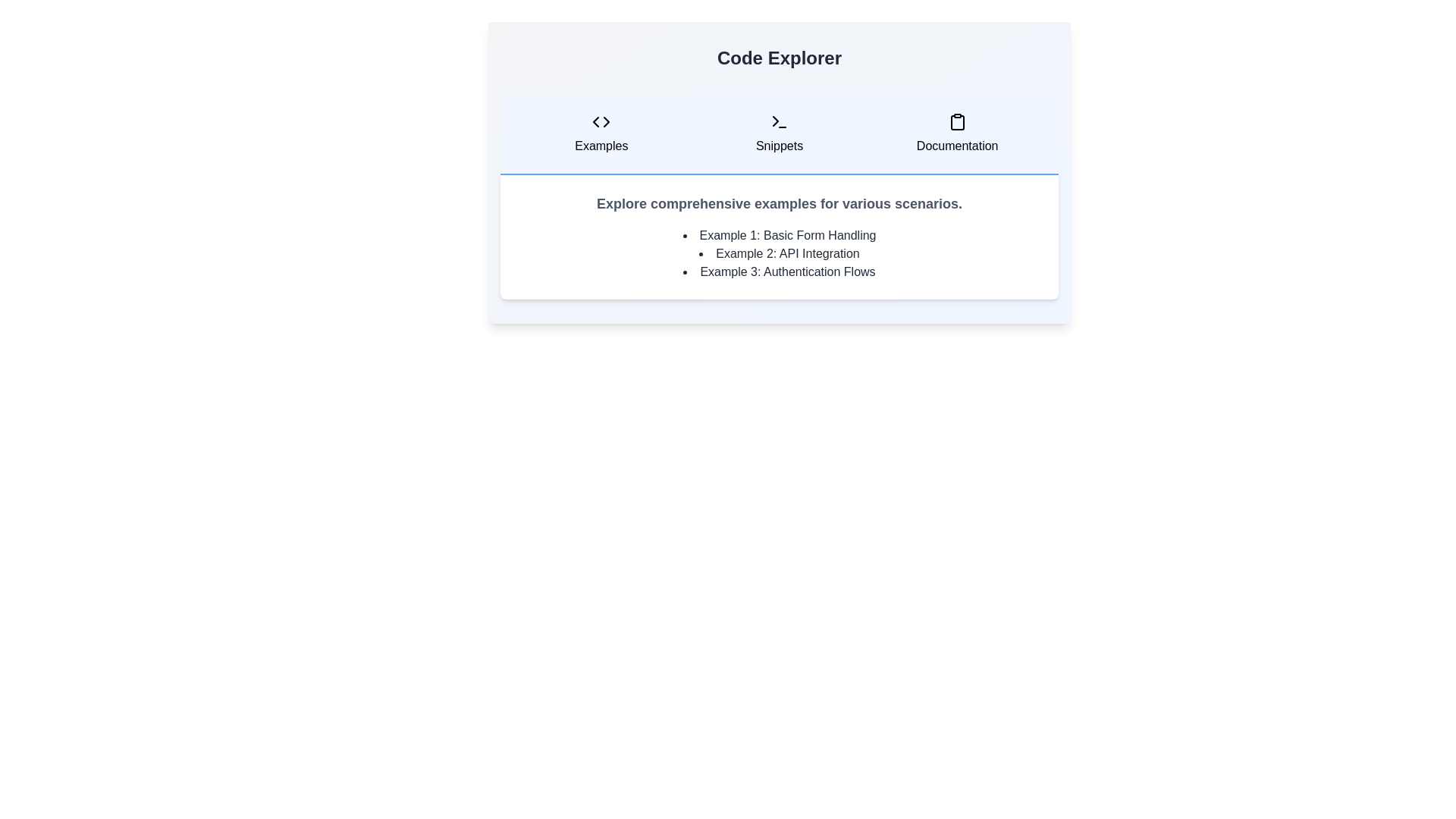 This screenshot has width=1456, height=819. I want to click on the text label that says 'Example 2: API Integration' to potentially see more information, so click(779, 253).